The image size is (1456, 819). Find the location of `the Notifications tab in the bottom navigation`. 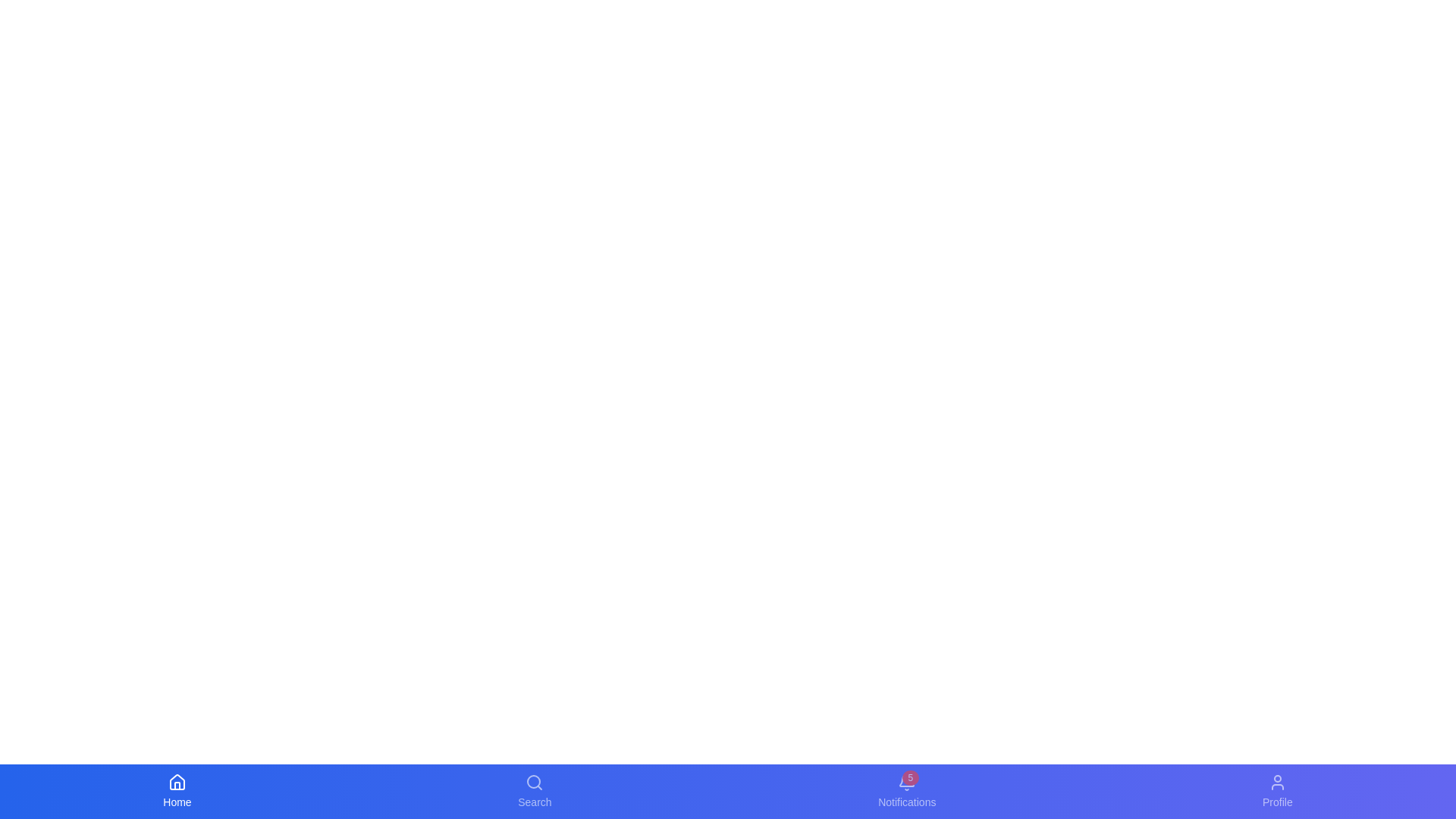

the Notifications tab in the bottom navigation is located at coordinates (907, 791).